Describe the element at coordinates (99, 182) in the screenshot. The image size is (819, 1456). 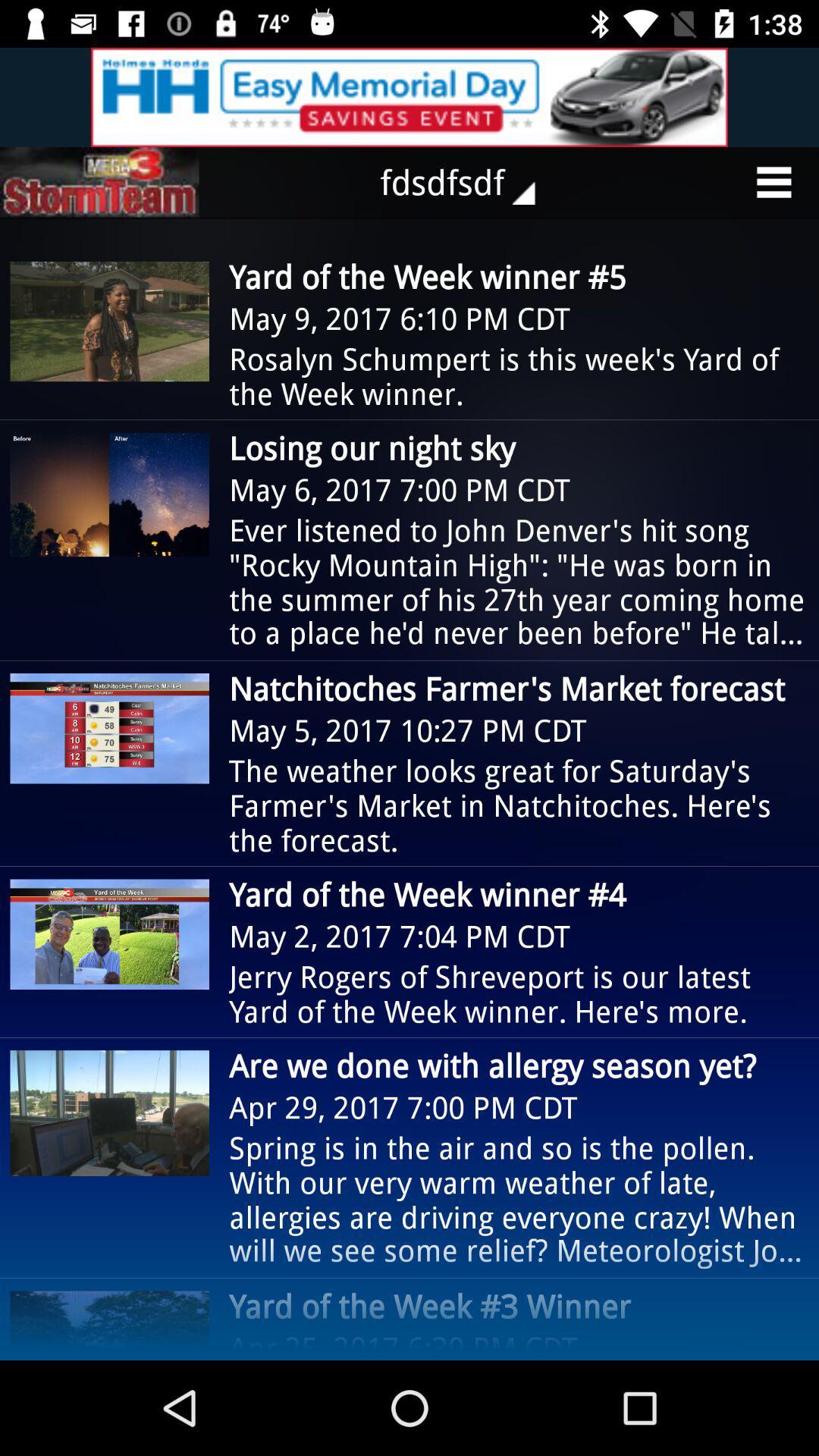
I see `item to the left of fdsdfsdf icon` at that location.